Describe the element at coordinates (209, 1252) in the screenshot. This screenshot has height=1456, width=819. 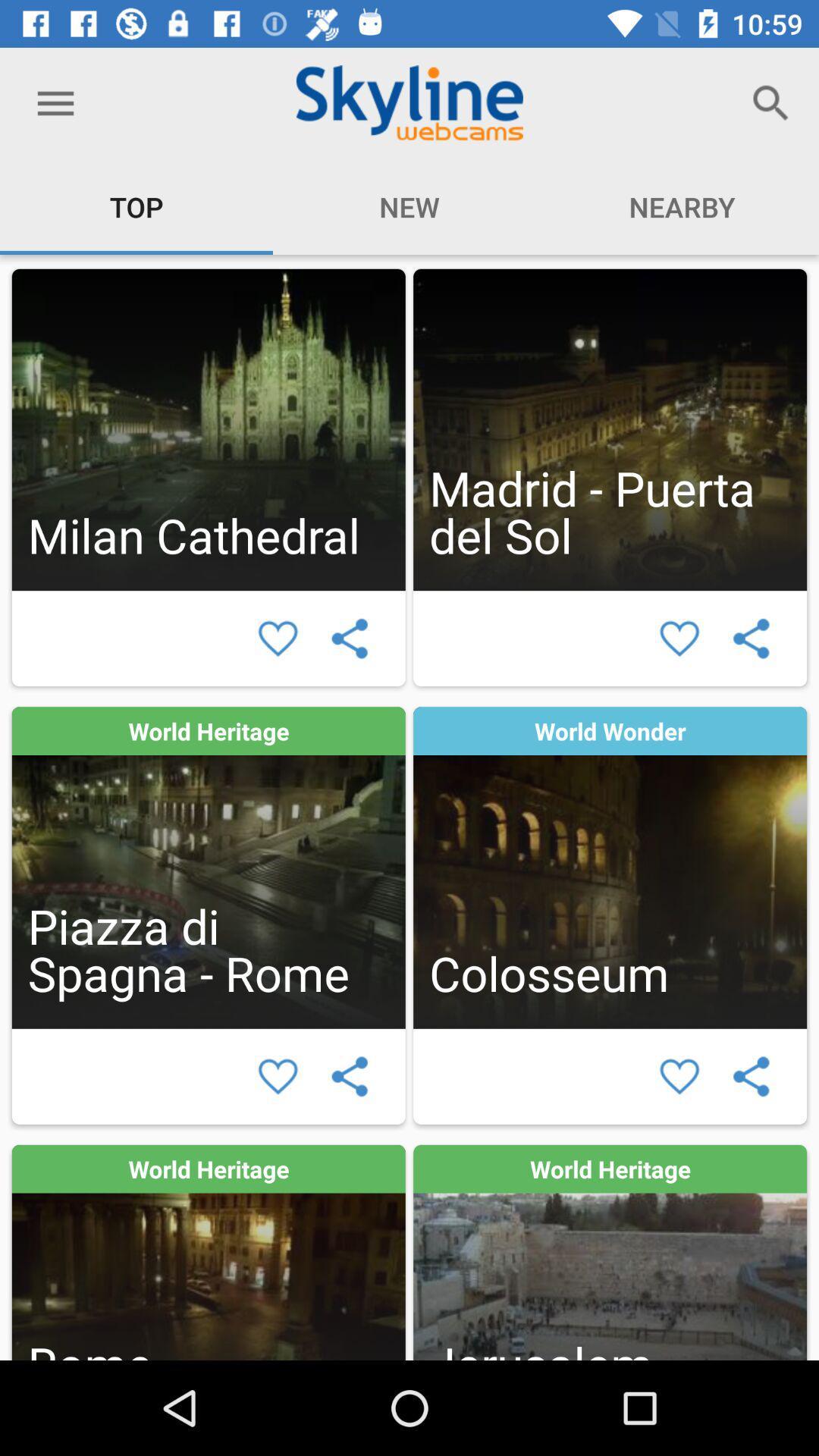
I see `clique na mdia para ver` at that location.